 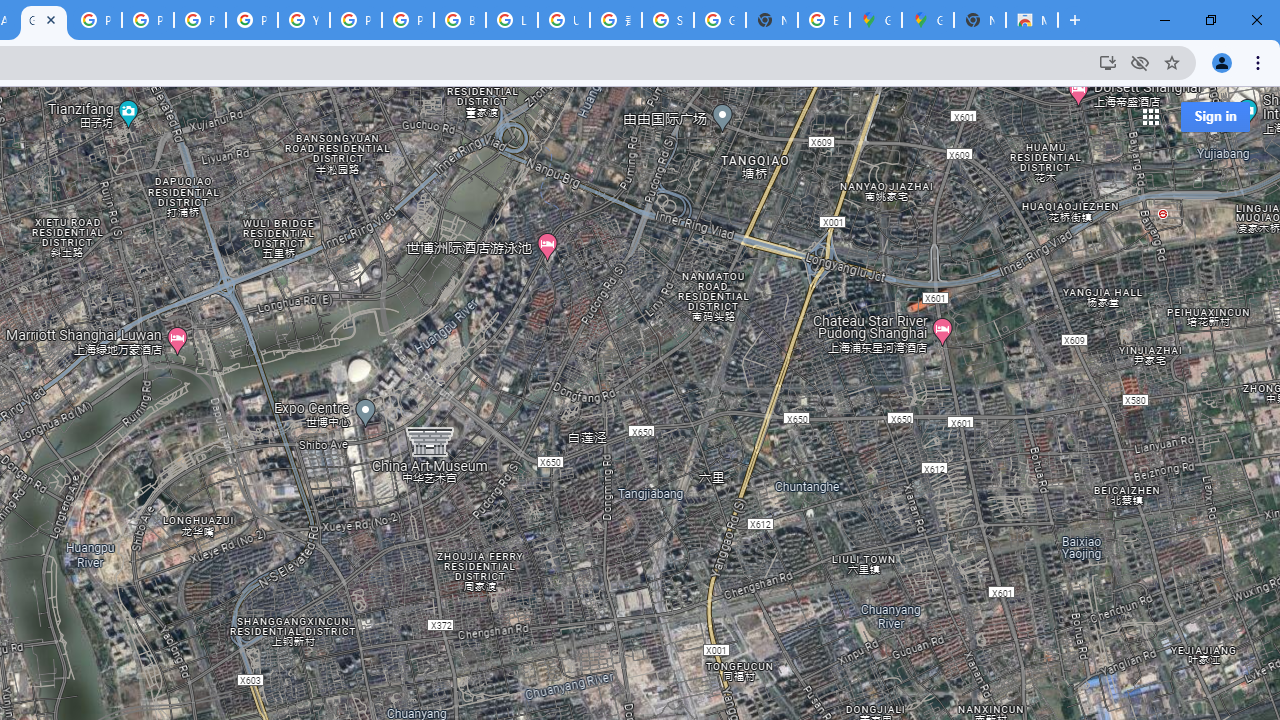 What do you see at coordinates (303, 20) in the screenshot?
I see `'YouTube'` at bounding box center [303, 20].